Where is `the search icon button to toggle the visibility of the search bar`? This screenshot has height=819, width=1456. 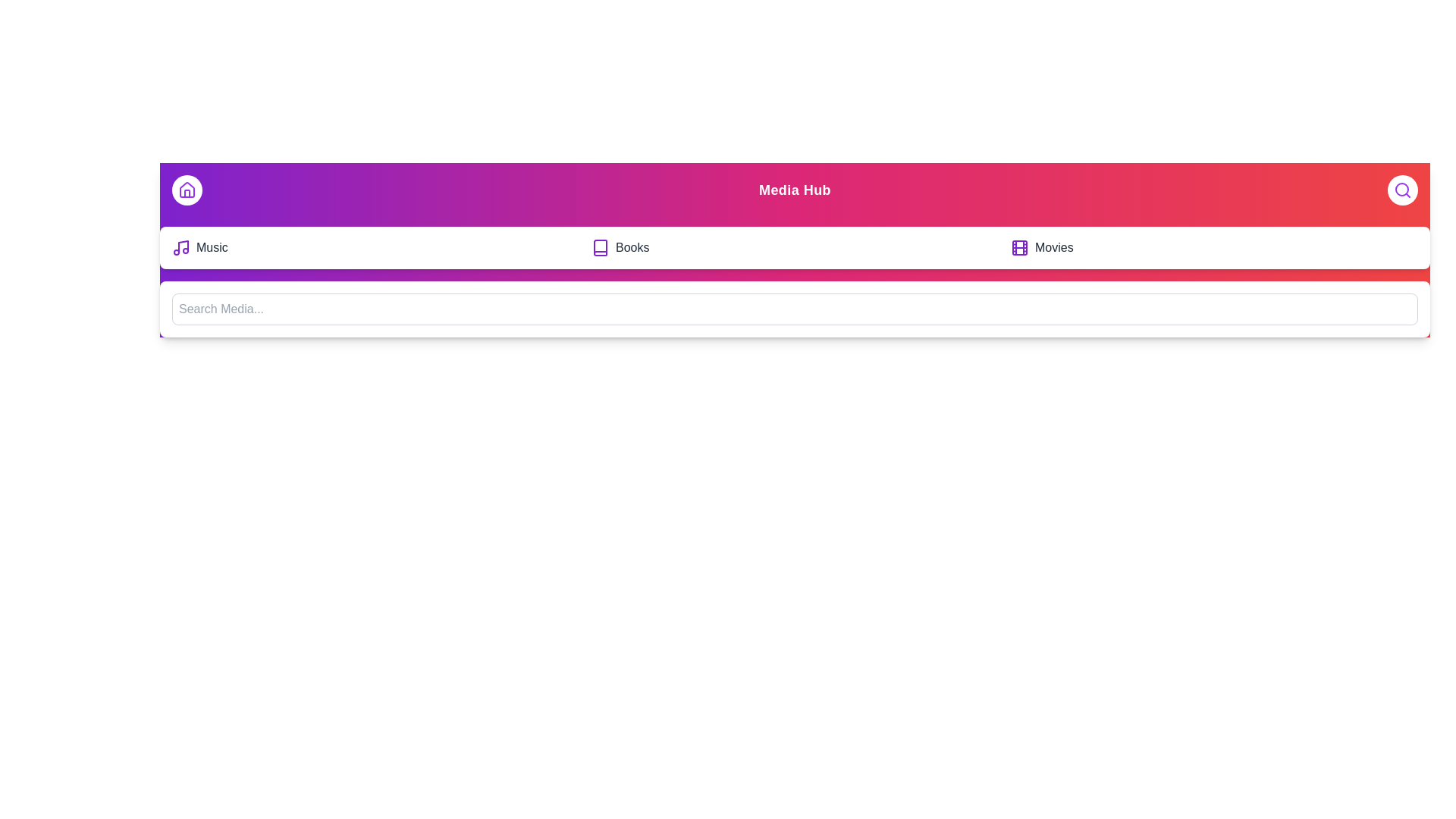
the search icon button to toggle the visibility of the search bar is located at coordinates (1401, 189).